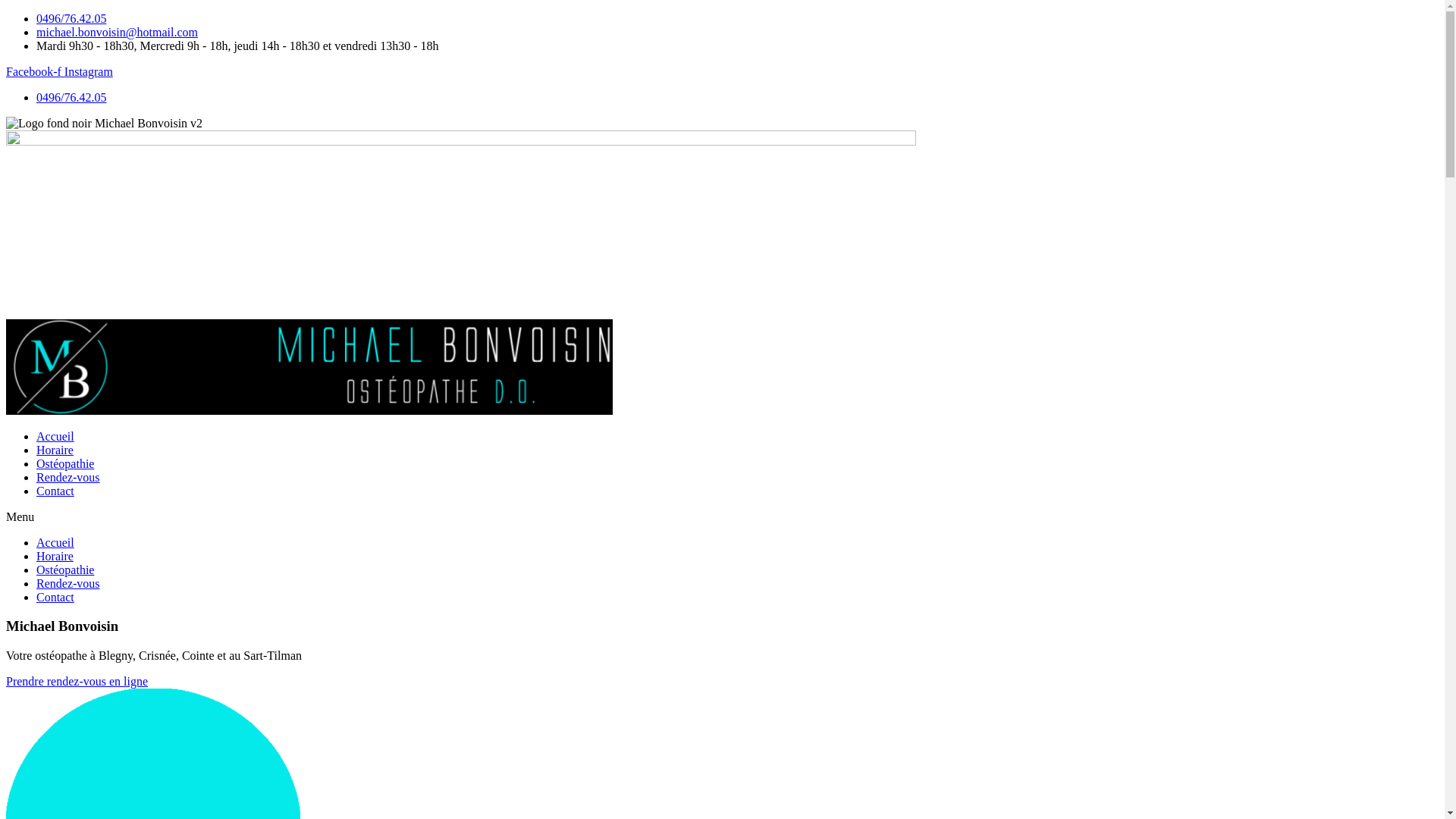 This screenshot has height=819, width=1456. What do you see at coordinates (36, 596) in the screenshot?
I see `'Contact'` at bounding box center [36, 596].